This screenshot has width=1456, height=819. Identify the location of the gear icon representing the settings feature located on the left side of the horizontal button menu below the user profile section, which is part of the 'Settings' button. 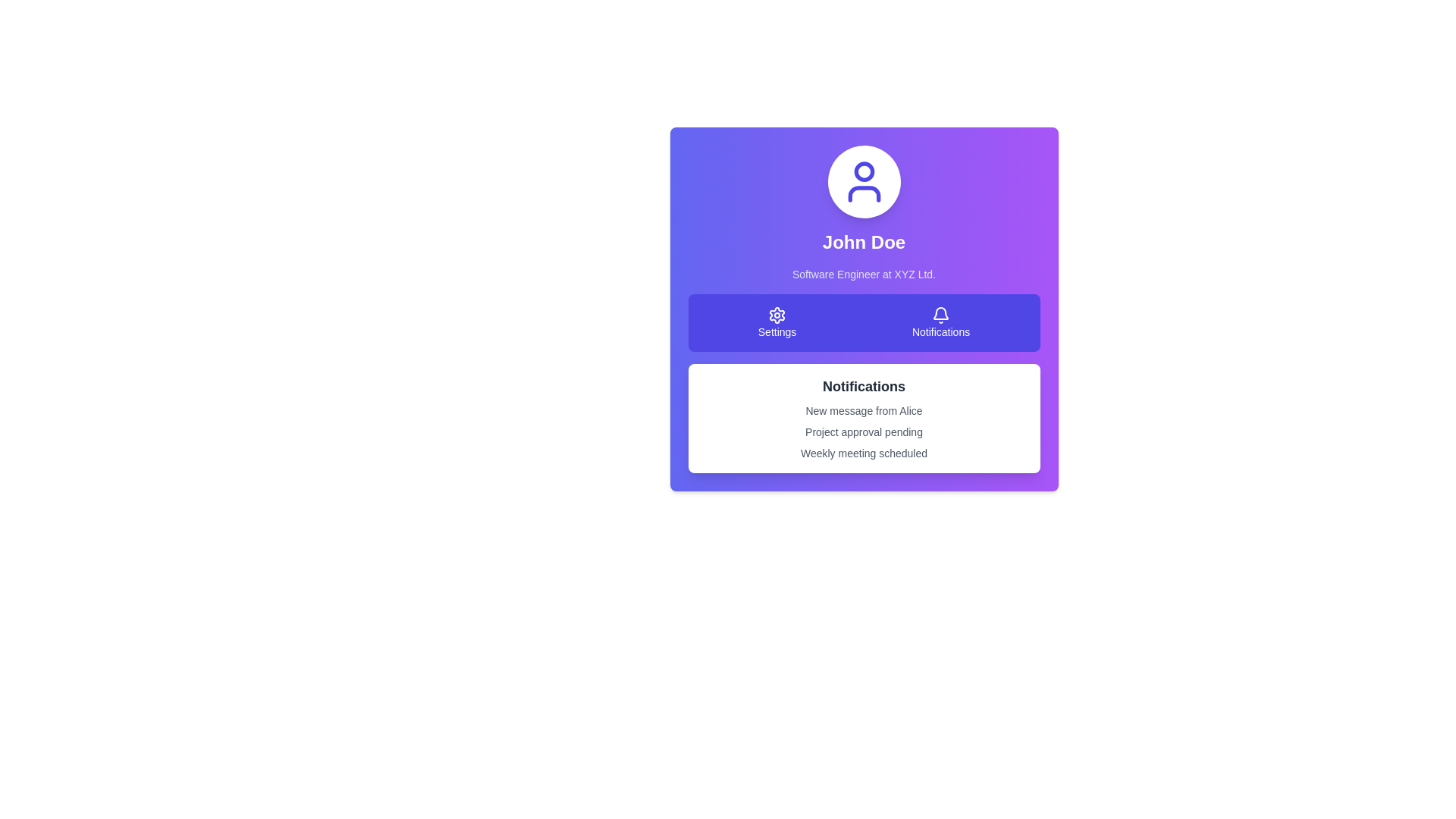
(777, 315).